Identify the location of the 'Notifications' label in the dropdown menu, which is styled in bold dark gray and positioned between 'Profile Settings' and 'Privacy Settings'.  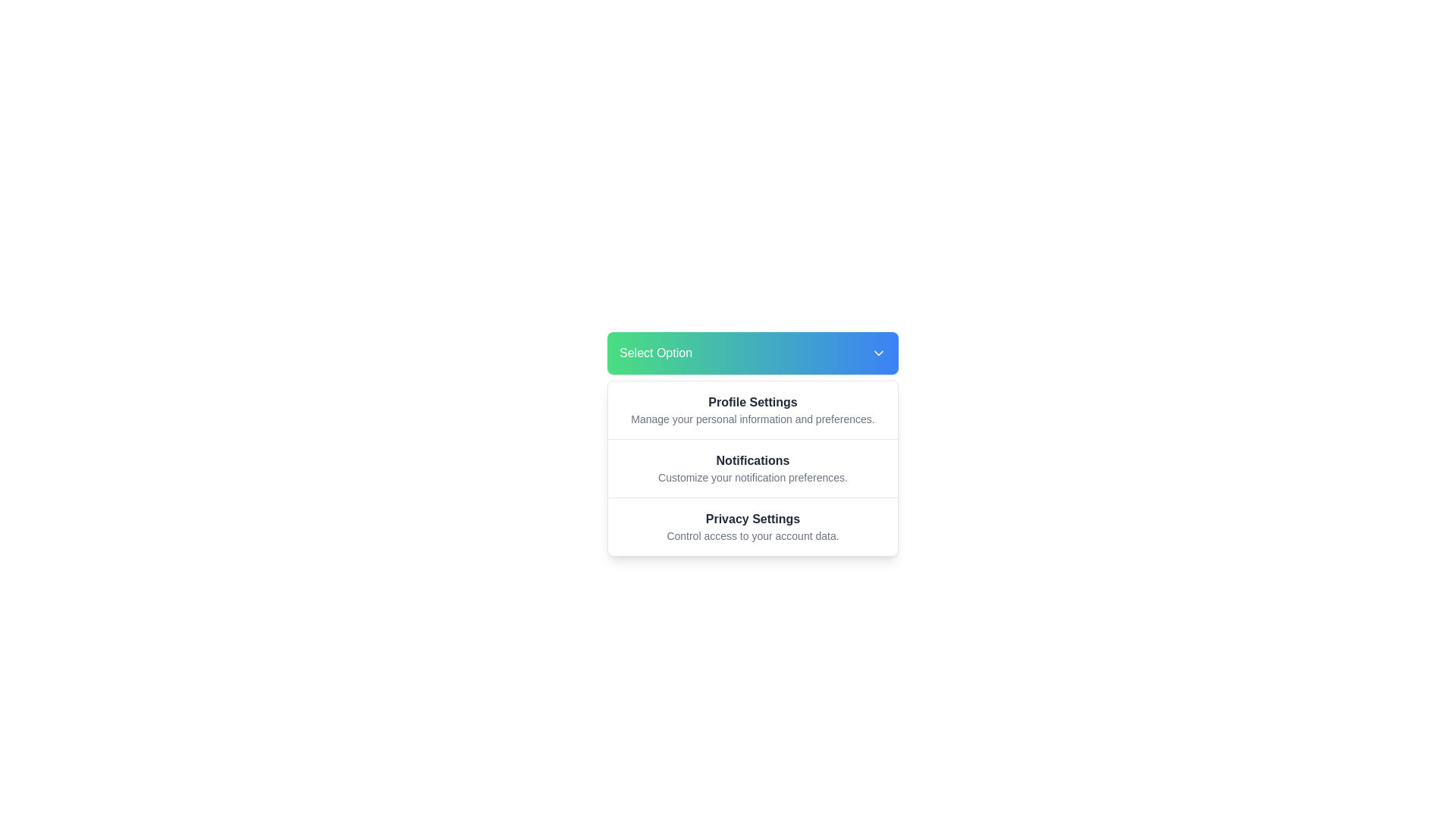
(753, 460).